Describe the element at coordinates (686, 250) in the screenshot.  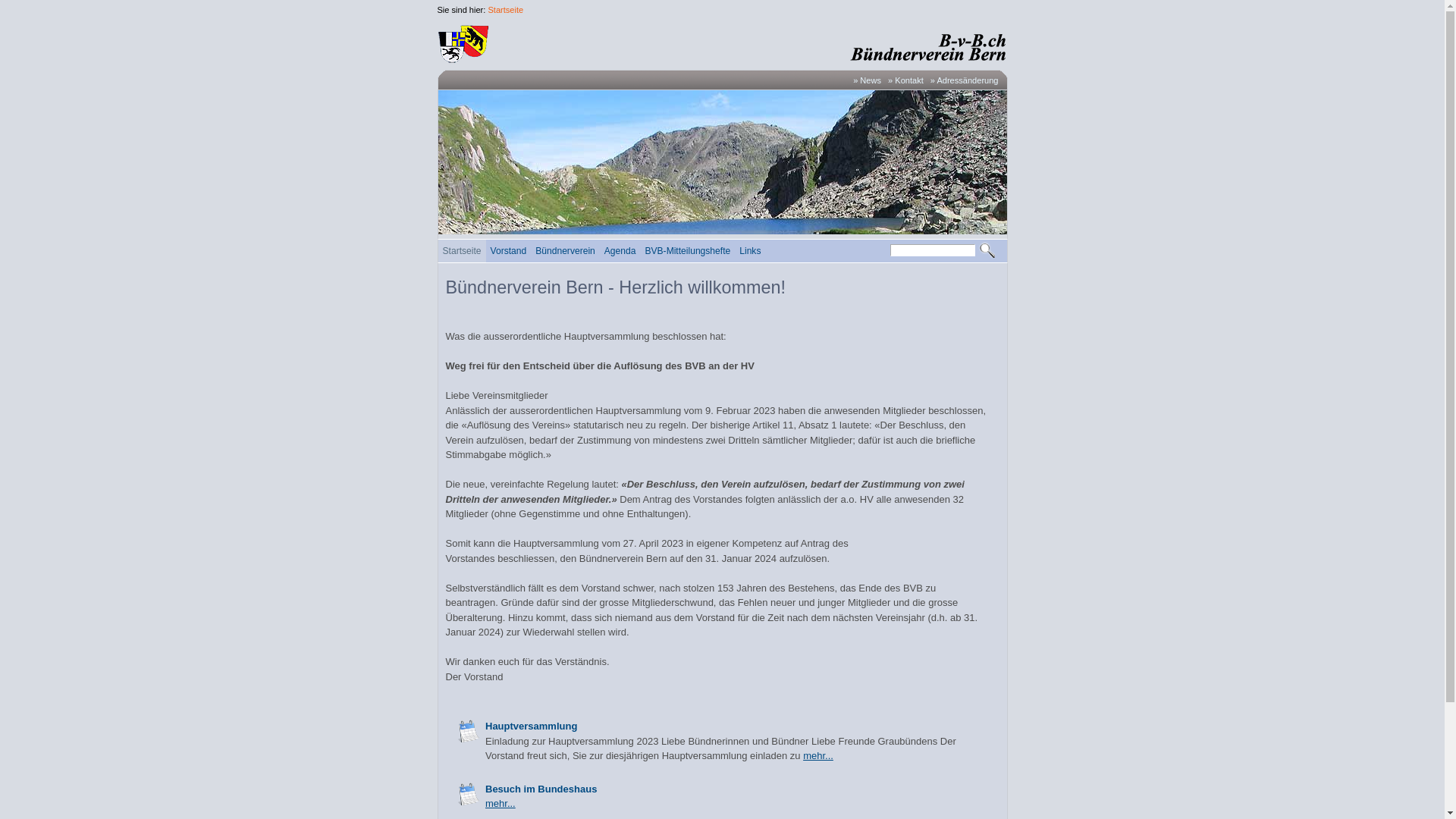
I see `'BVB-Mitteilungshefte'` at that location.